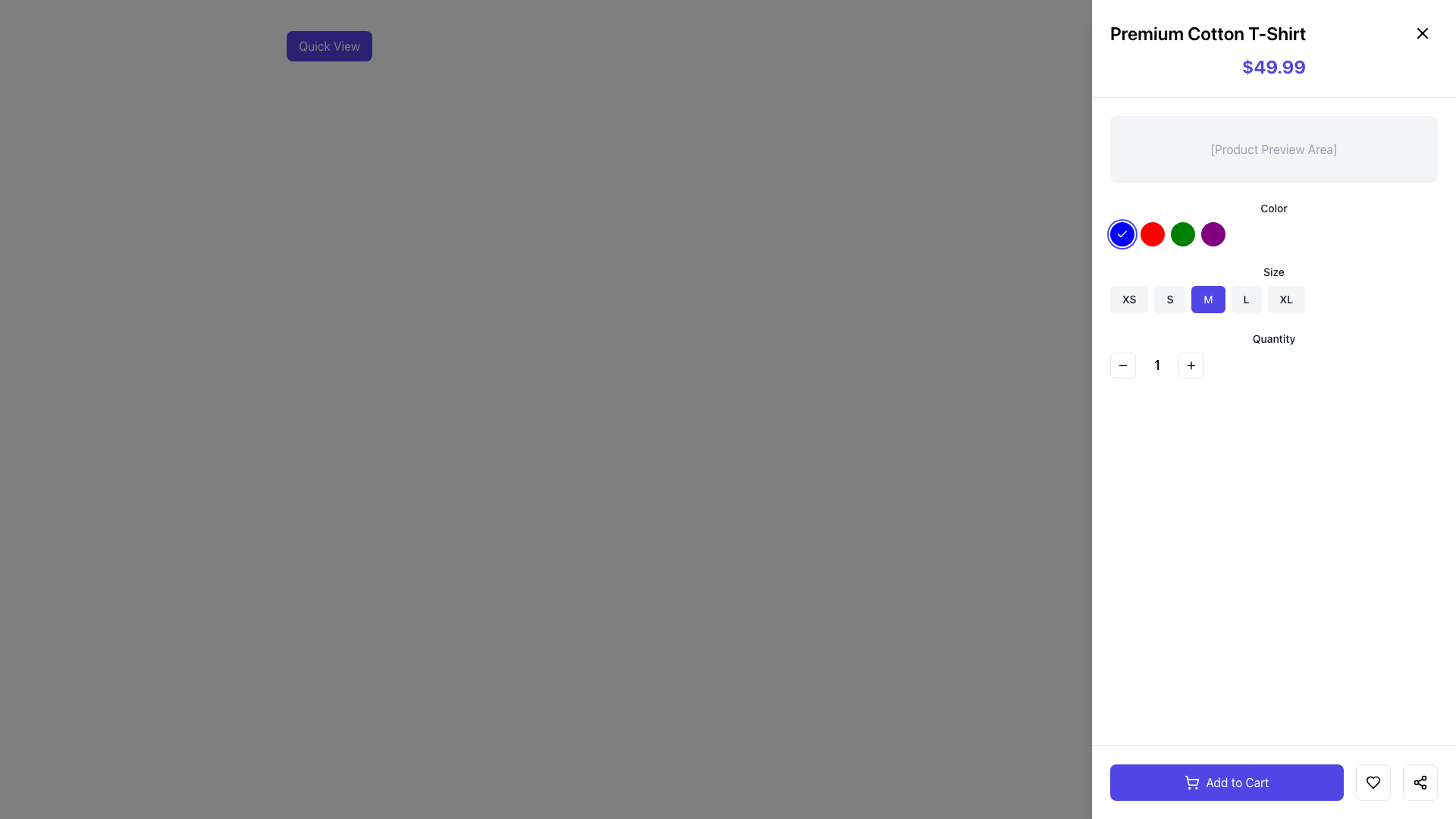  I want to click on the 'XL' size button to ensure the selection is updated, so click(1285, 299).